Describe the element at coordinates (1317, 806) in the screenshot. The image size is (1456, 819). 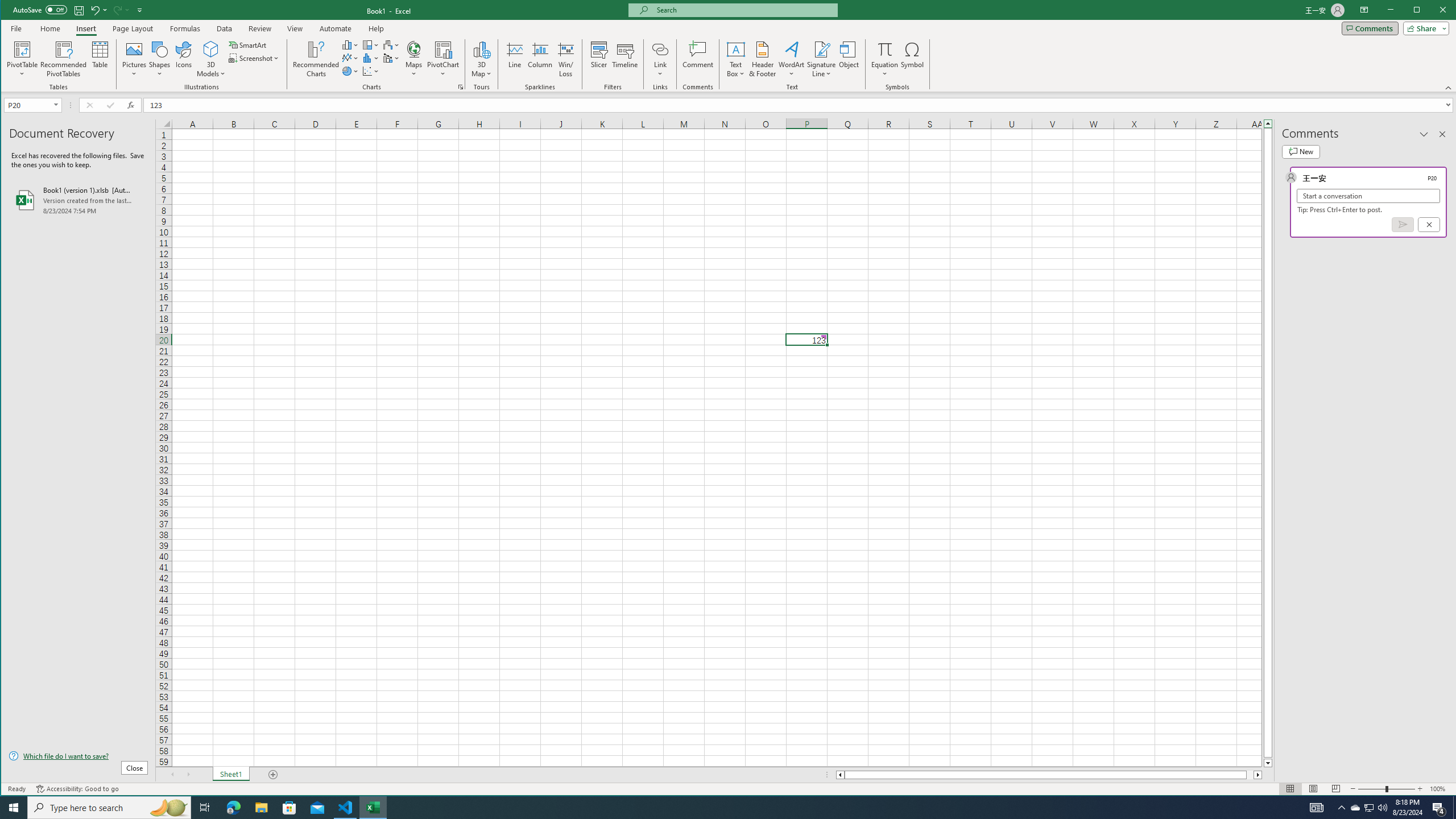
I see `'AutomationID: 4105'` at that location.